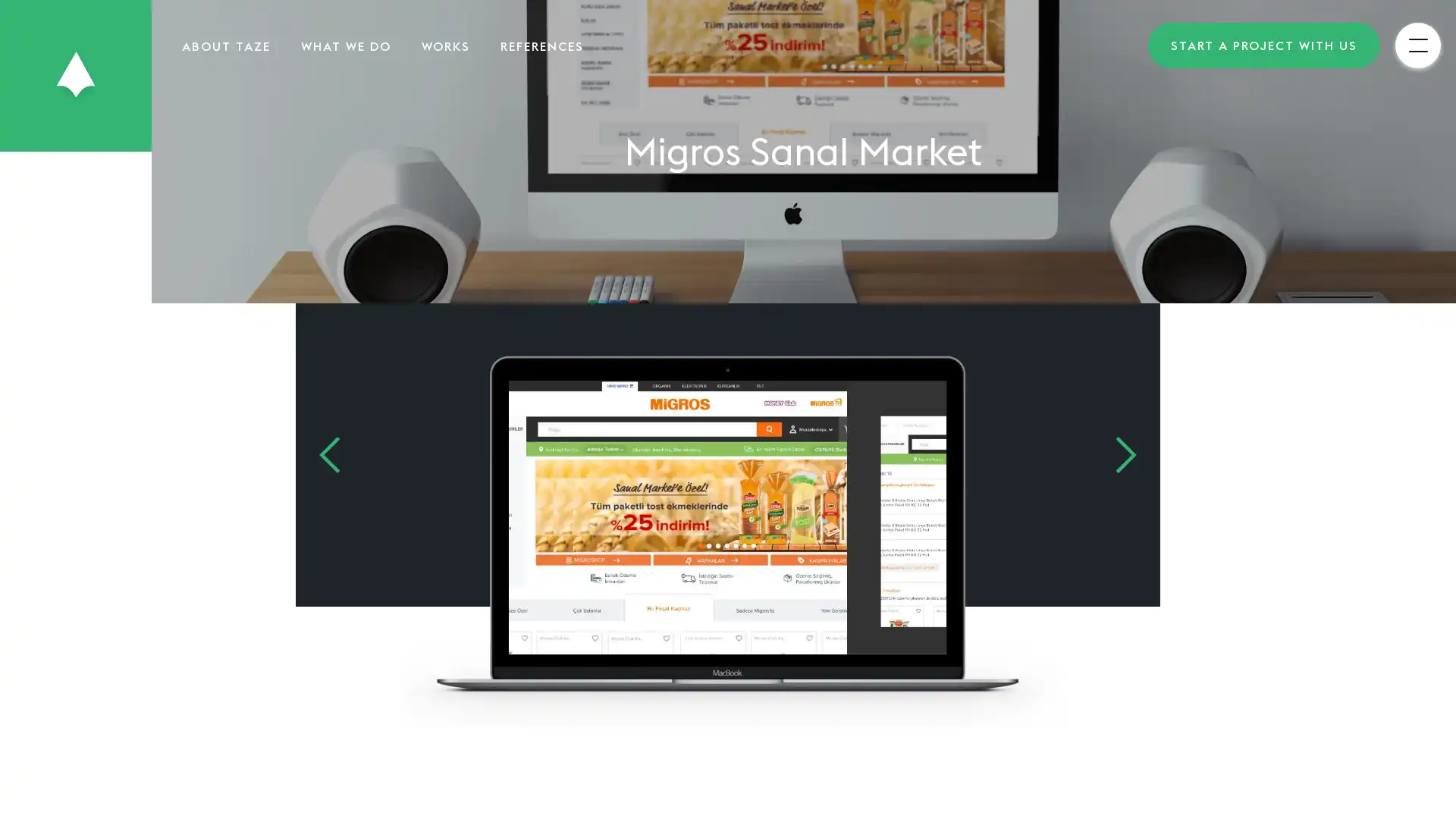 The width and height of the screenshot is (1456, 819). I want to click on Next, so click(1125, 454).